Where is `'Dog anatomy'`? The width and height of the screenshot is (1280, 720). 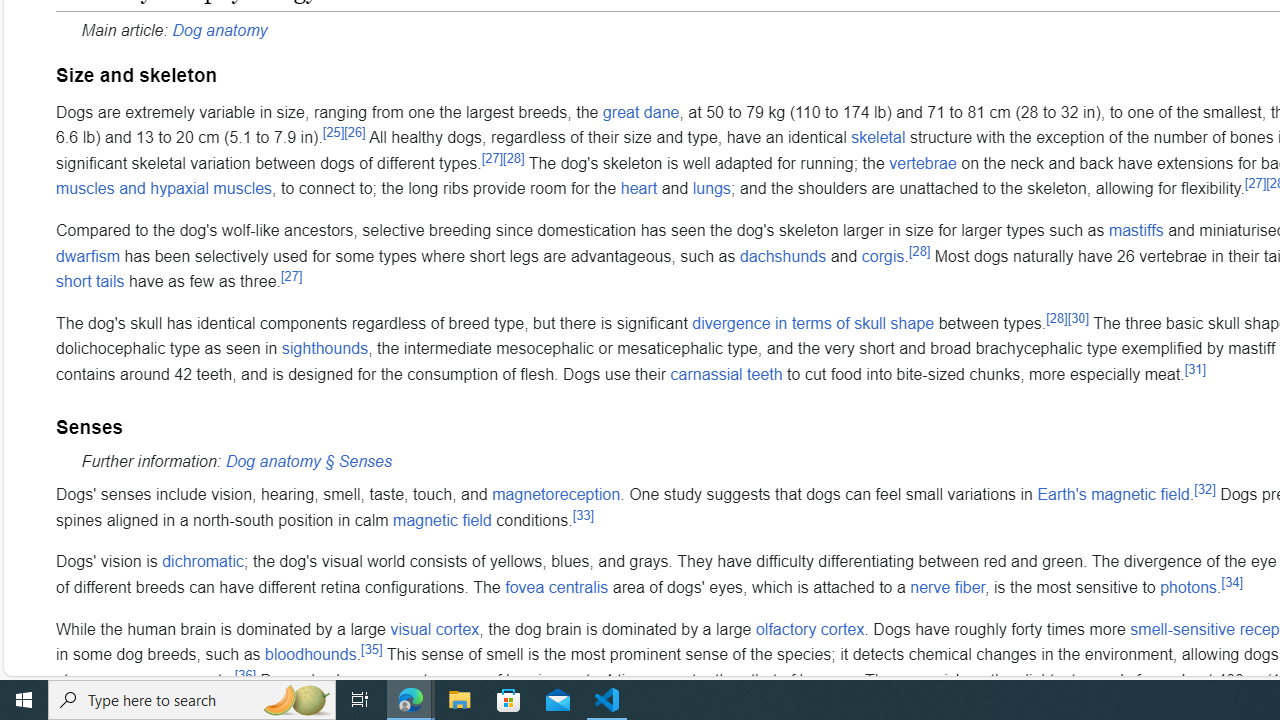 'Dog anatomy' is located at coordinates (219, 29).